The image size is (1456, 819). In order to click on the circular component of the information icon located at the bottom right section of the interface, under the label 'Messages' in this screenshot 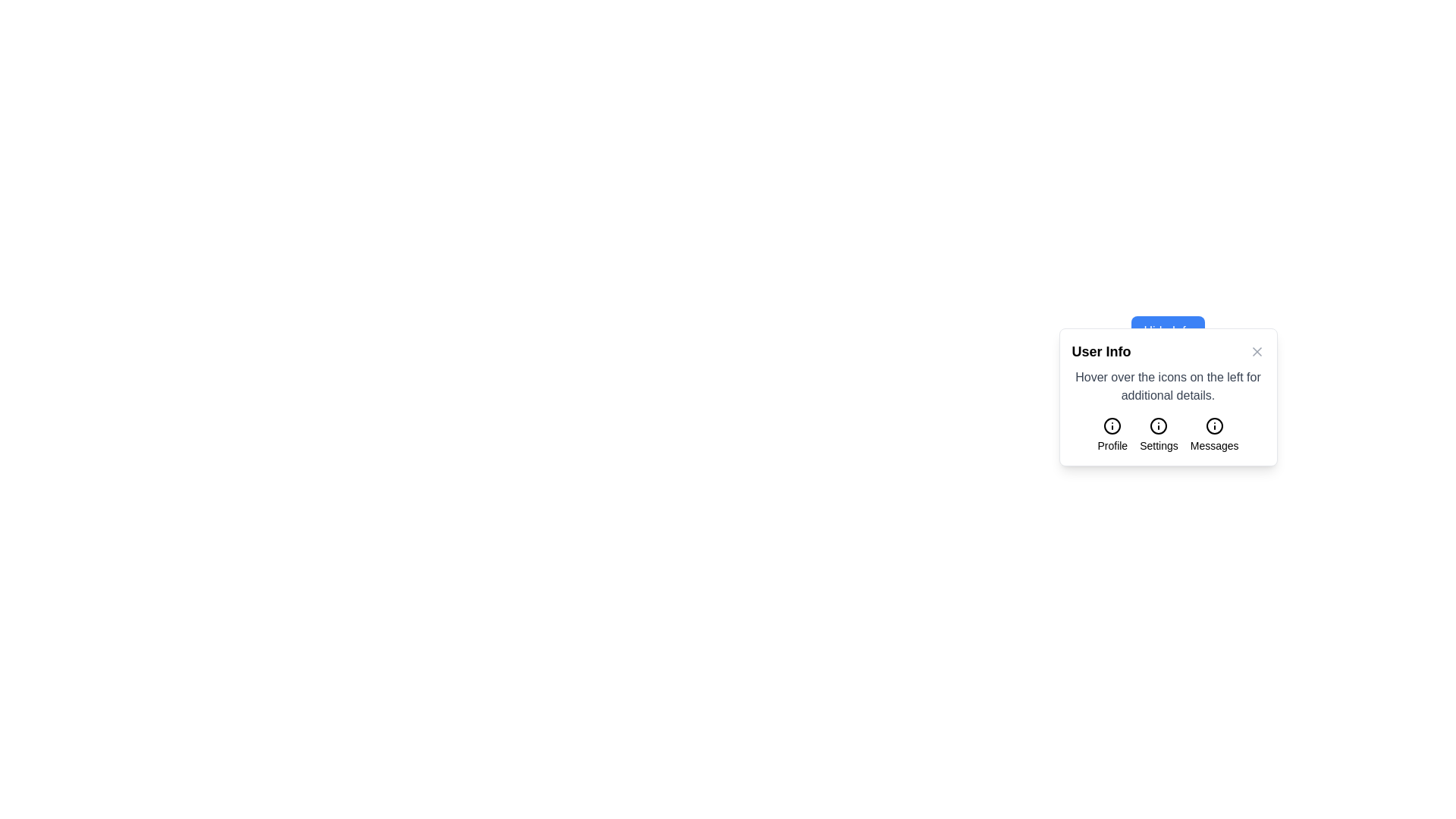, I will do `click(1214, 426)`.